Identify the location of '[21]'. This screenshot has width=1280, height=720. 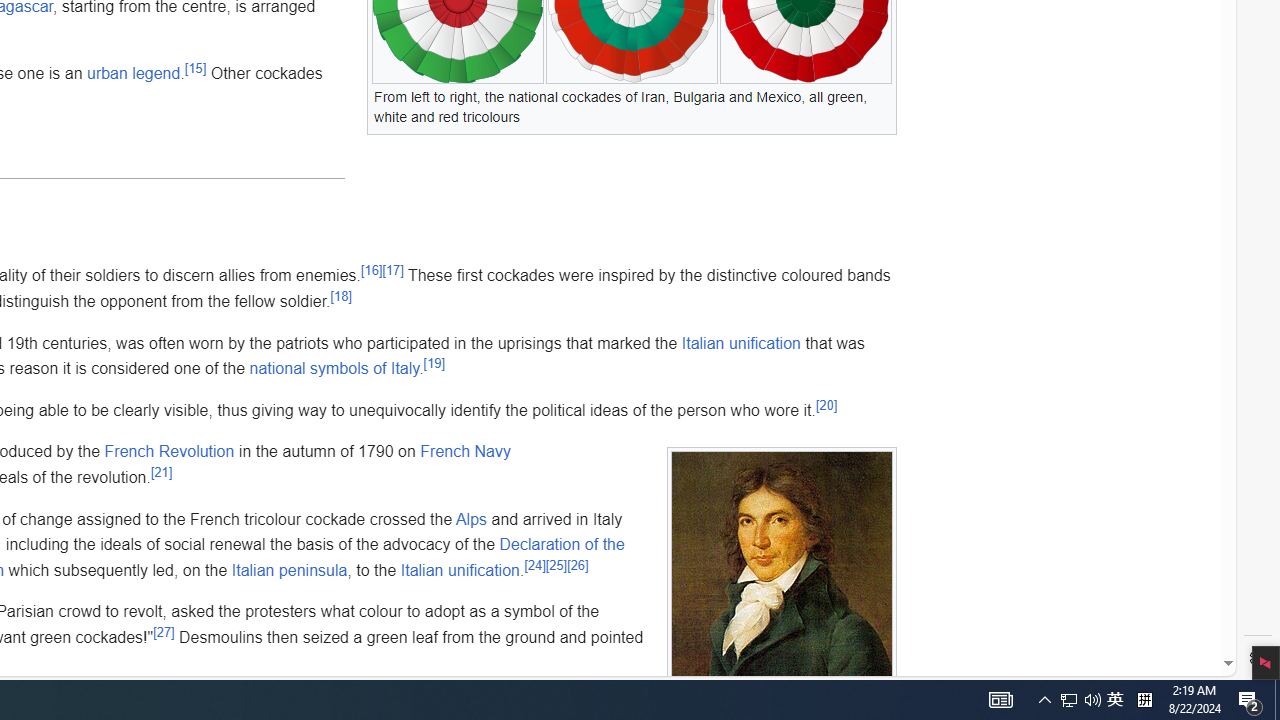
(161, 471).